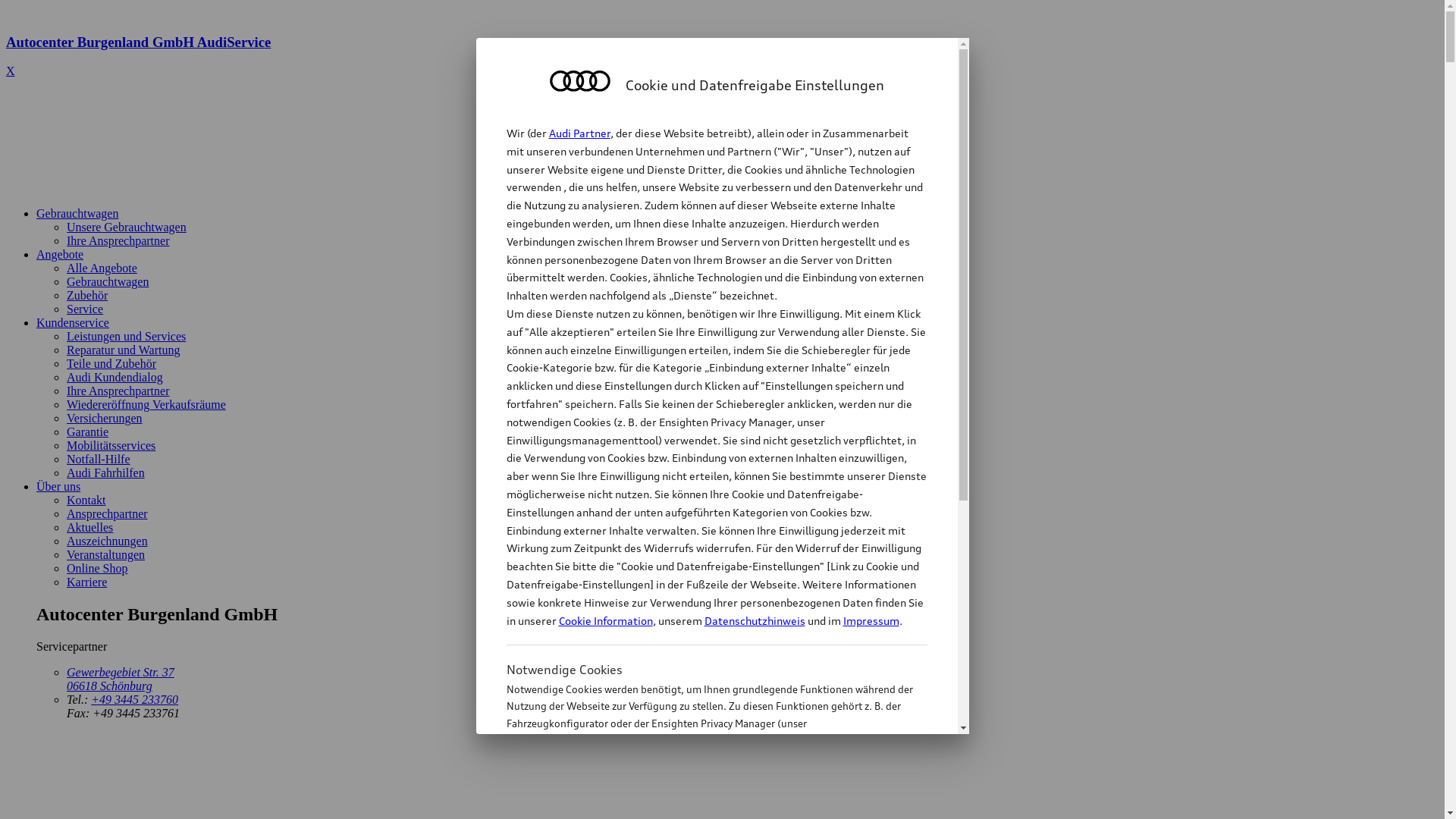  I want to click on 'Service', so click(83, 308).